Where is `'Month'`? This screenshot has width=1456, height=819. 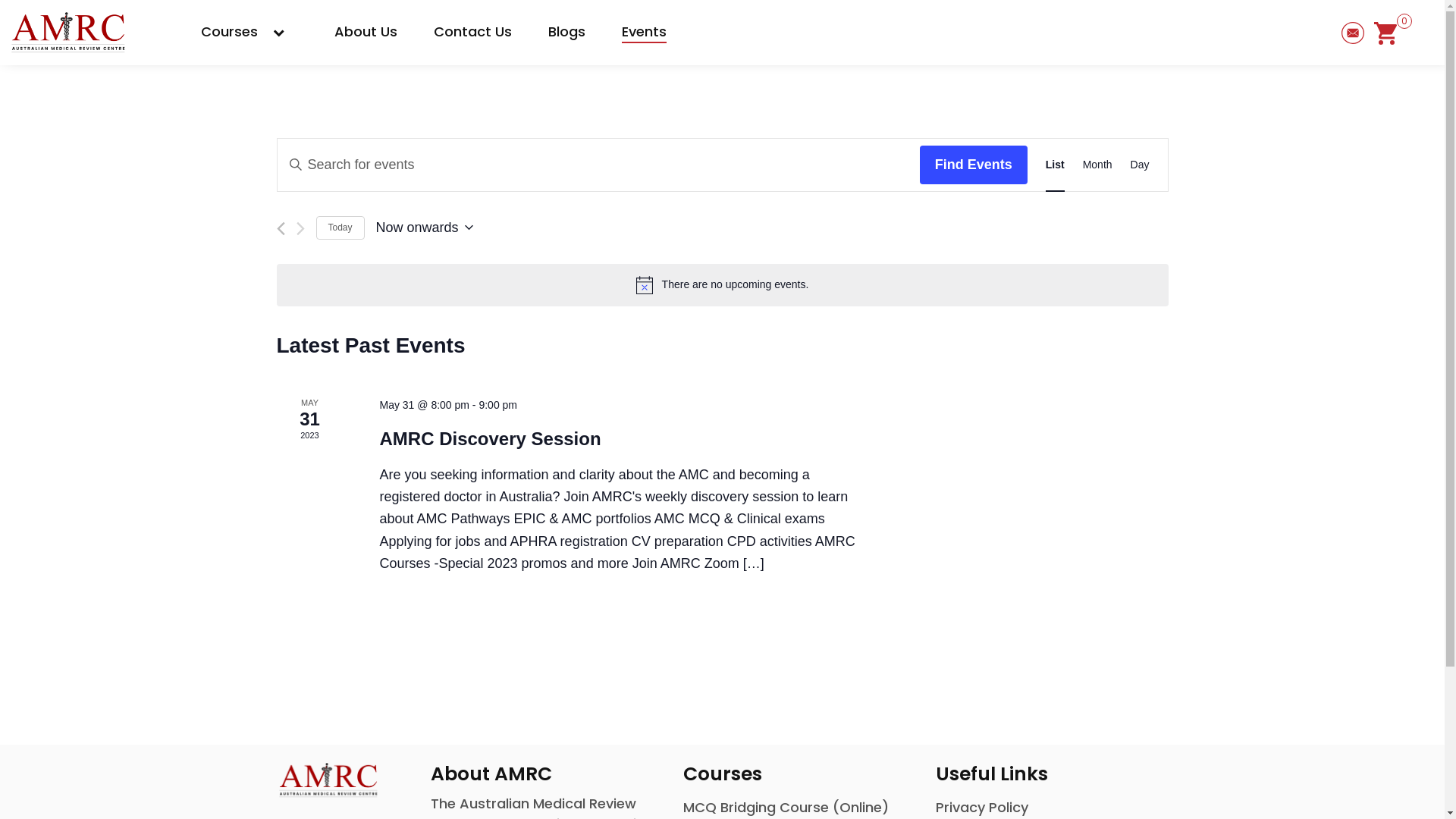 'Month' is located at coordinates (1097, 165).